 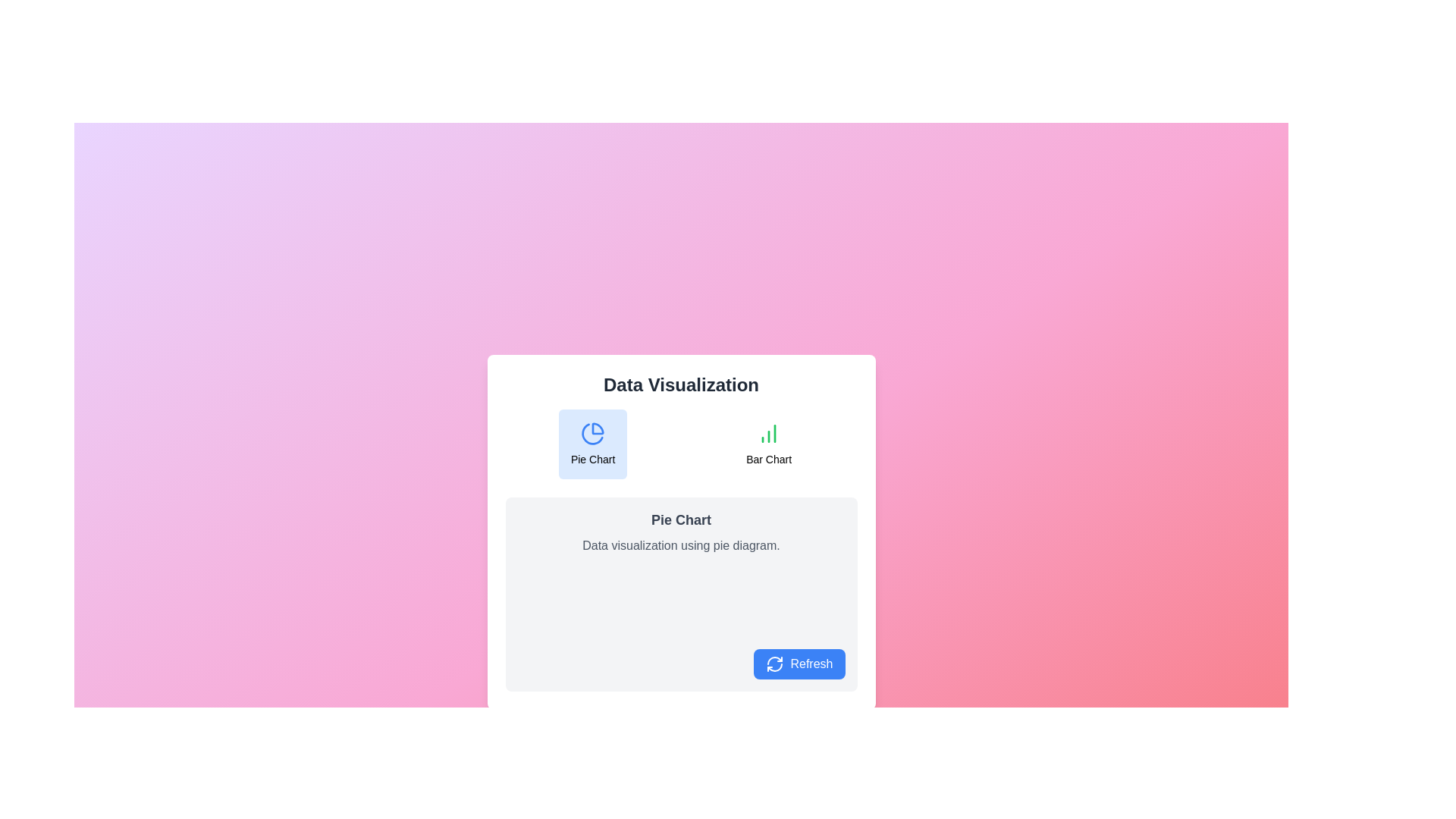 I want to click on the refresh button located at the bottom-right corner inside the 'Pie Chart' section to refresh the data visualization, so click(x=799, y=663).